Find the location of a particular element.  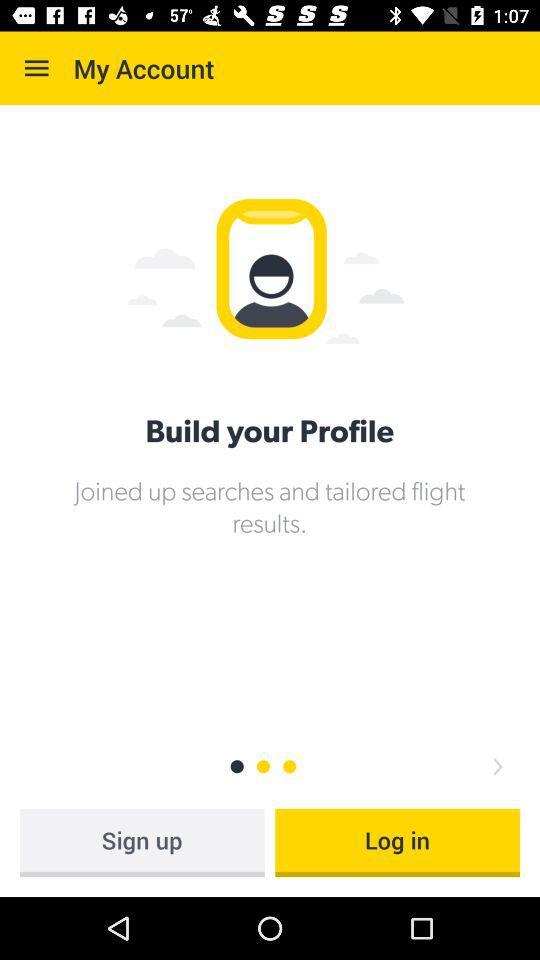

the sign up at the bottom left corner is located at coordinates (141, 841).